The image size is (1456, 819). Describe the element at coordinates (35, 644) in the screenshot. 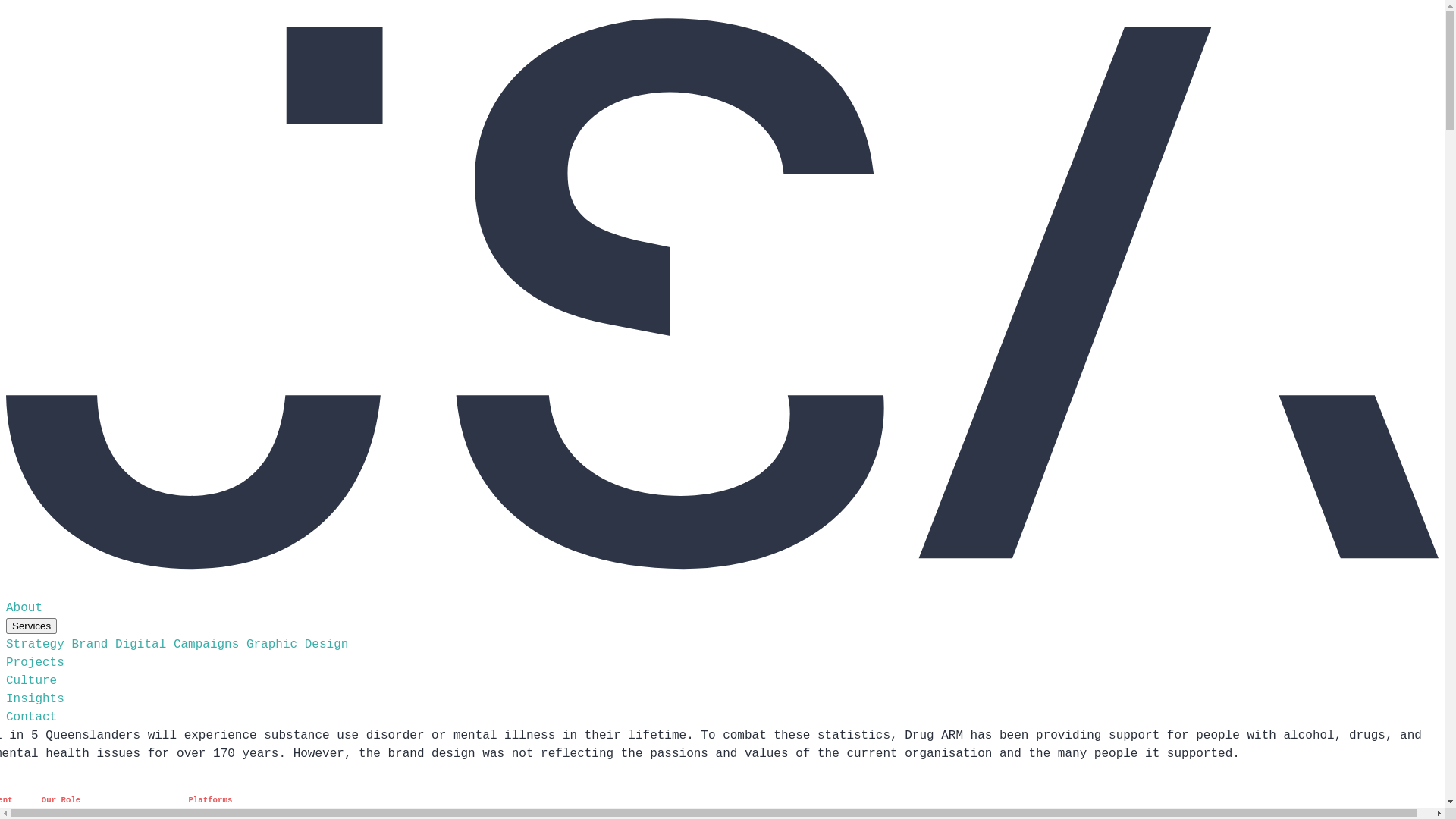

I see `'Strategy'` at that location.